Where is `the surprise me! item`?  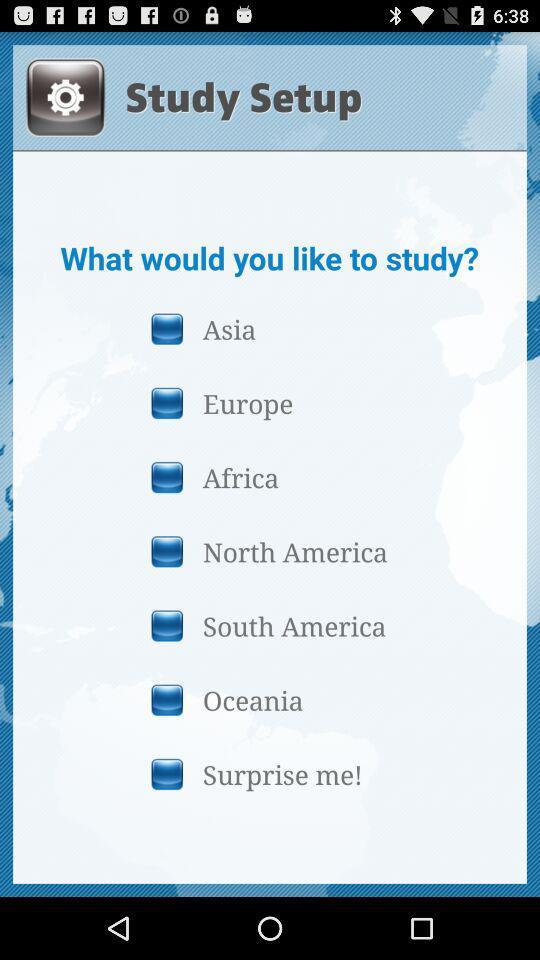
the surprise me! item is located at coordinates (269, 773).